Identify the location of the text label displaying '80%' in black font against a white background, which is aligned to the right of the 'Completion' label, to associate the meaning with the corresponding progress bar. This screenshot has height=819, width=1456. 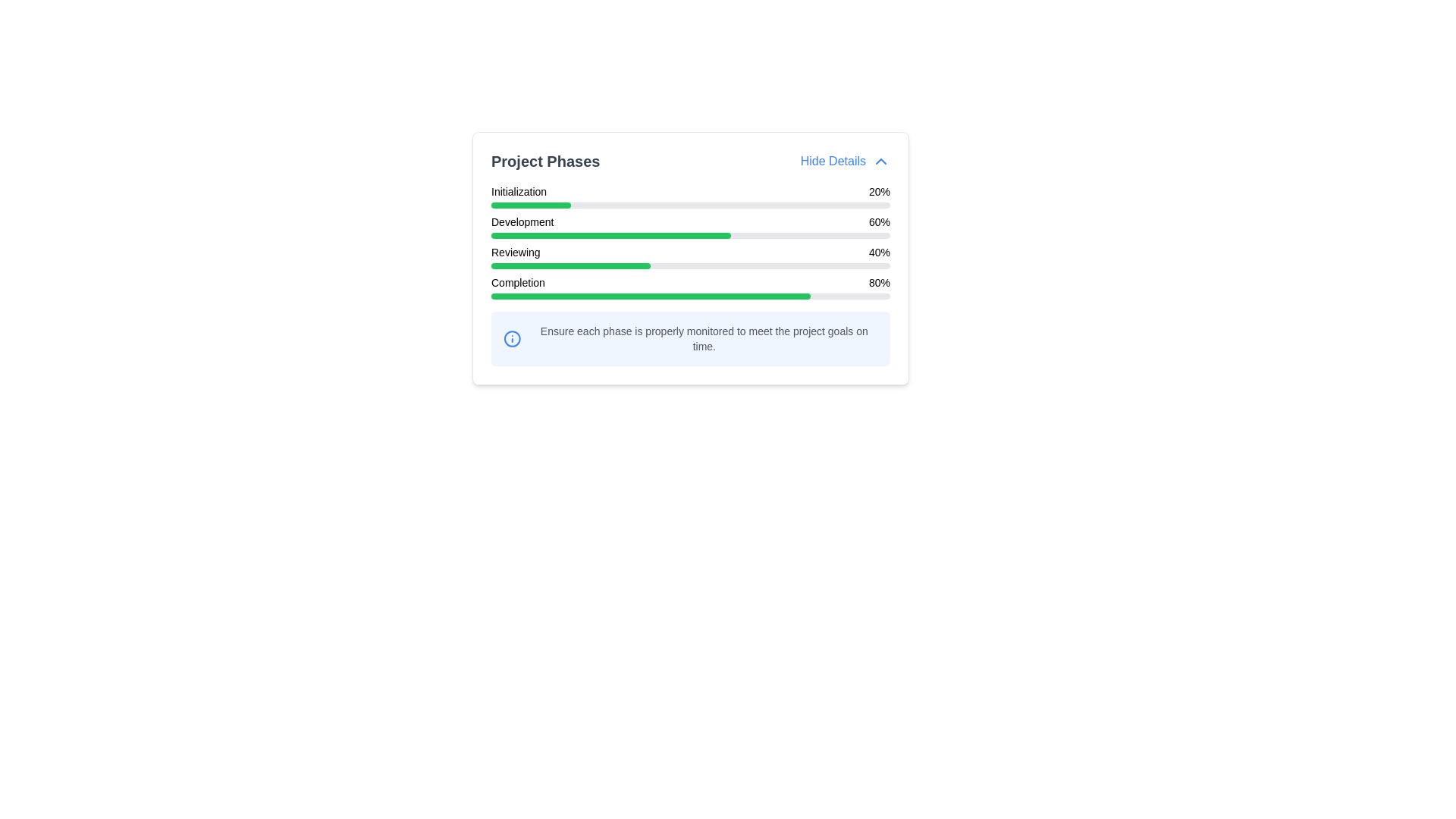
(880, 283).